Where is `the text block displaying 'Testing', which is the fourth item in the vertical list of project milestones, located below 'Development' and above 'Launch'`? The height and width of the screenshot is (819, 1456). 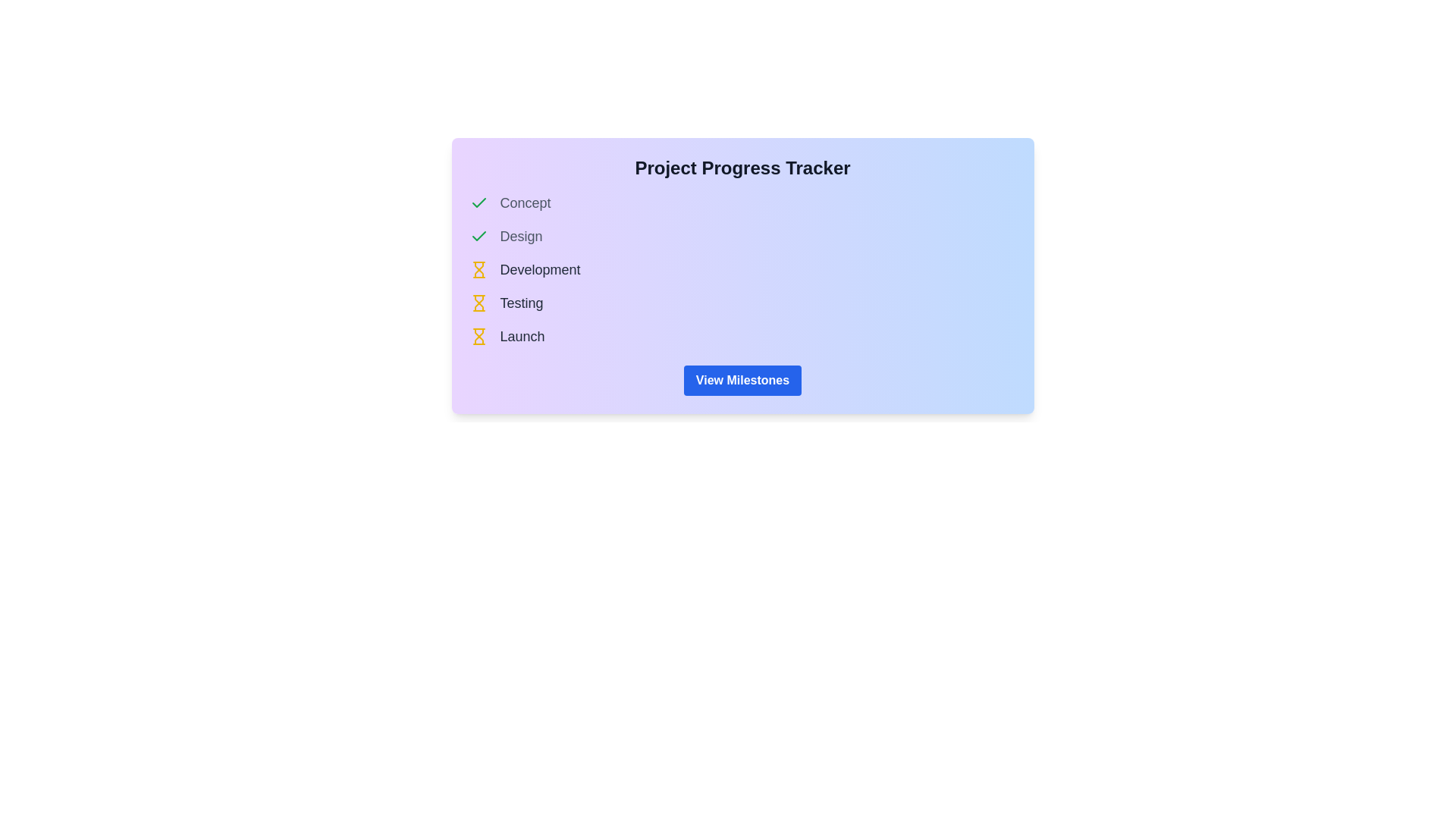 the text block displaying 'Testing', which is the fourth item in the vertical list of project milestones, located below 'Development' and above 'Launch' is located at coordinates (521, 303).